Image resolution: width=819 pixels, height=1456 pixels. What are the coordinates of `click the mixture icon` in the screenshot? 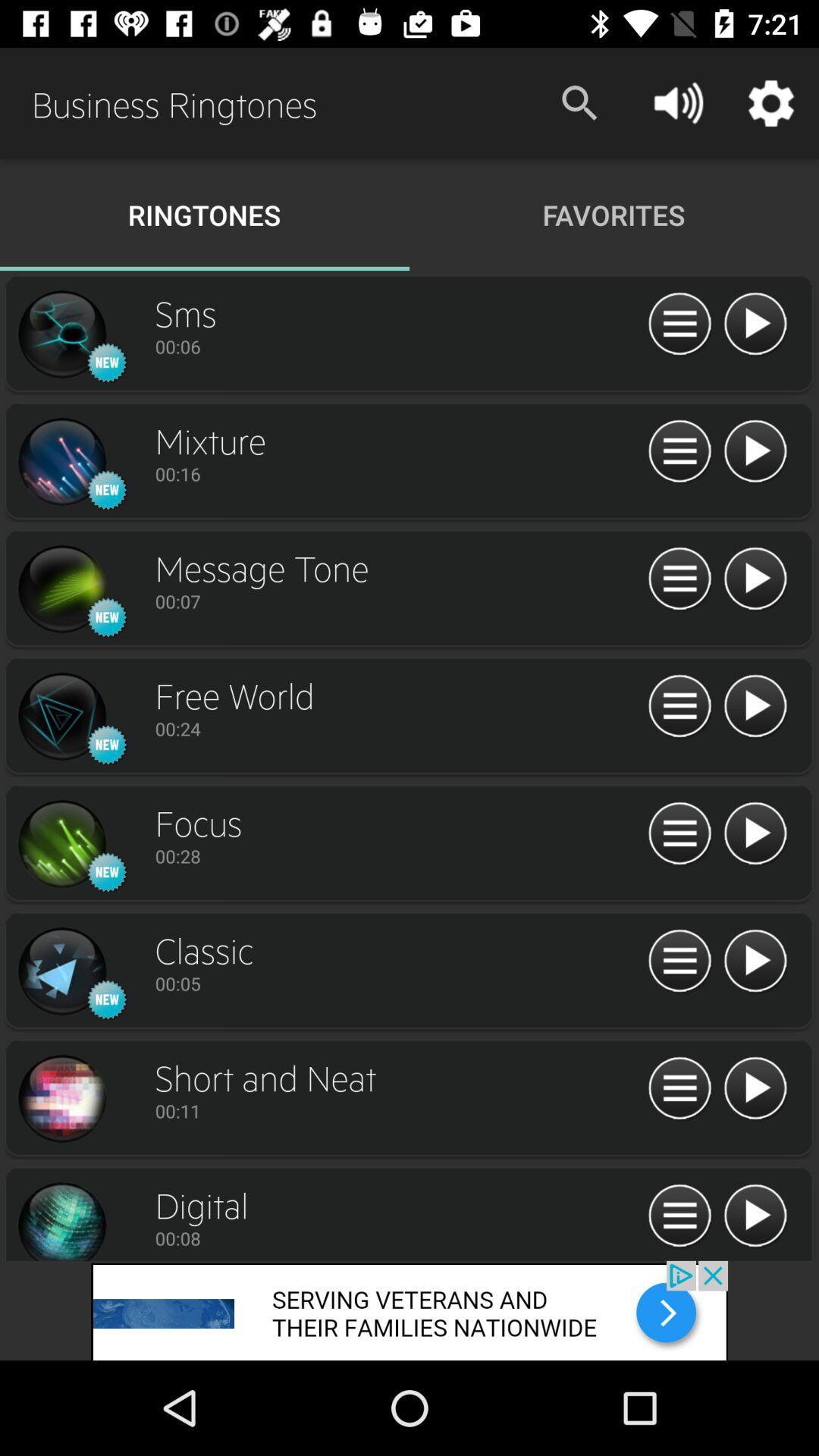 It's located at (61, 461).